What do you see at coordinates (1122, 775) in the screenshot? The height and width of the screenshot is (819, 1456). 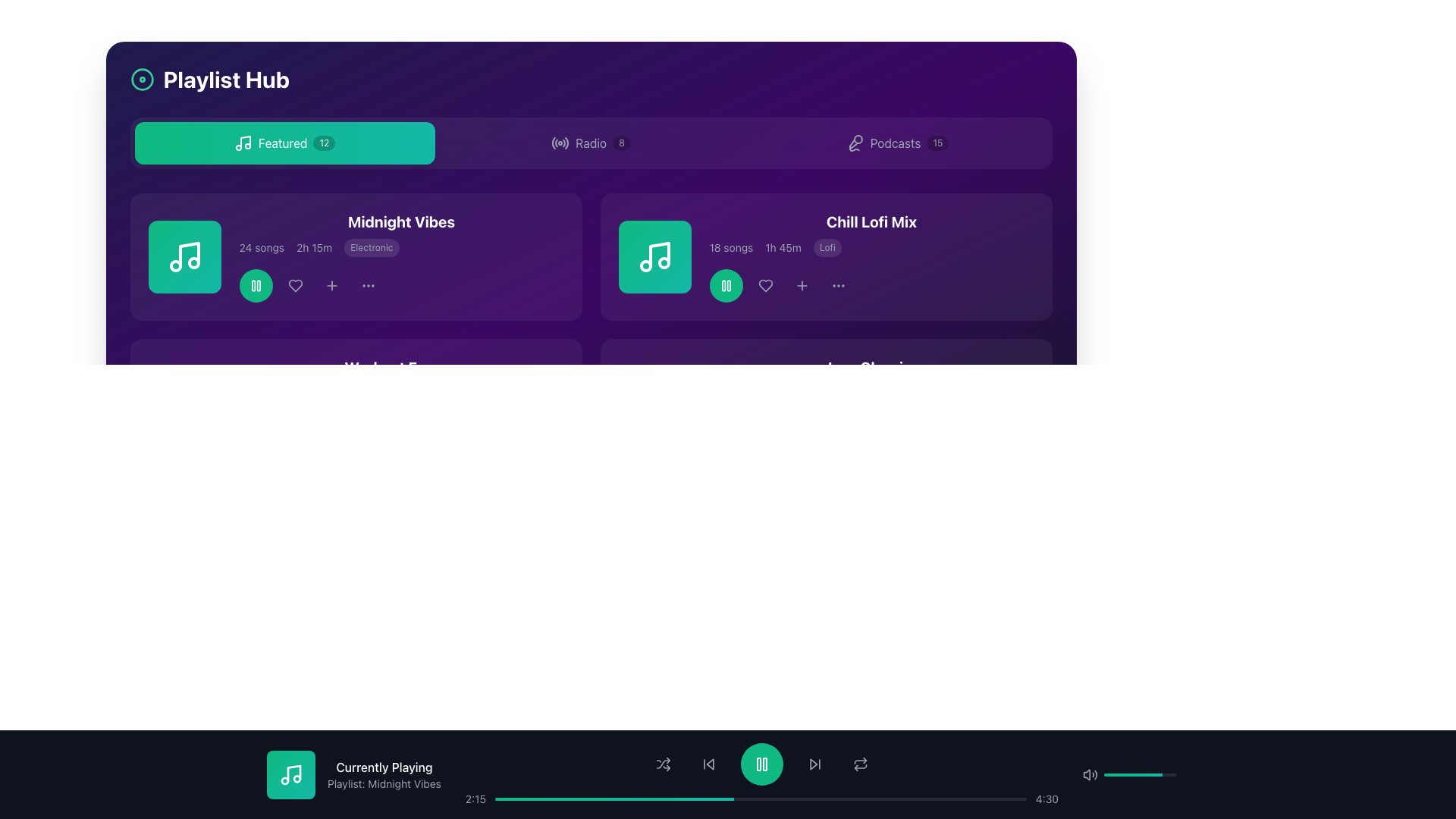 I see `the slider` at bounding box center [1122, 775].